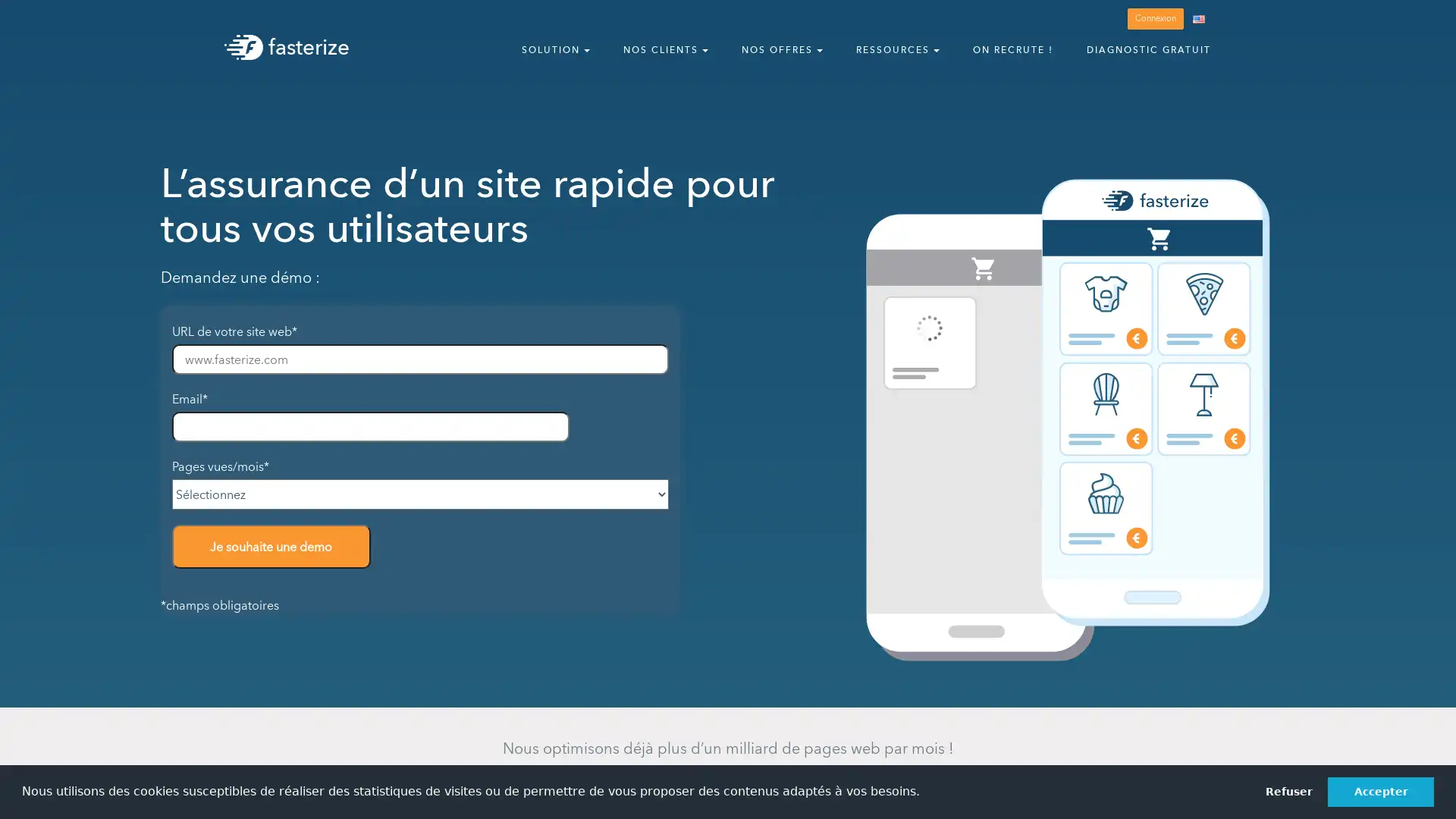 The image size is (1456, 819). Describe the element at coordinates (1380, 791) in the screenshot. I see `allow cookies` at that location.